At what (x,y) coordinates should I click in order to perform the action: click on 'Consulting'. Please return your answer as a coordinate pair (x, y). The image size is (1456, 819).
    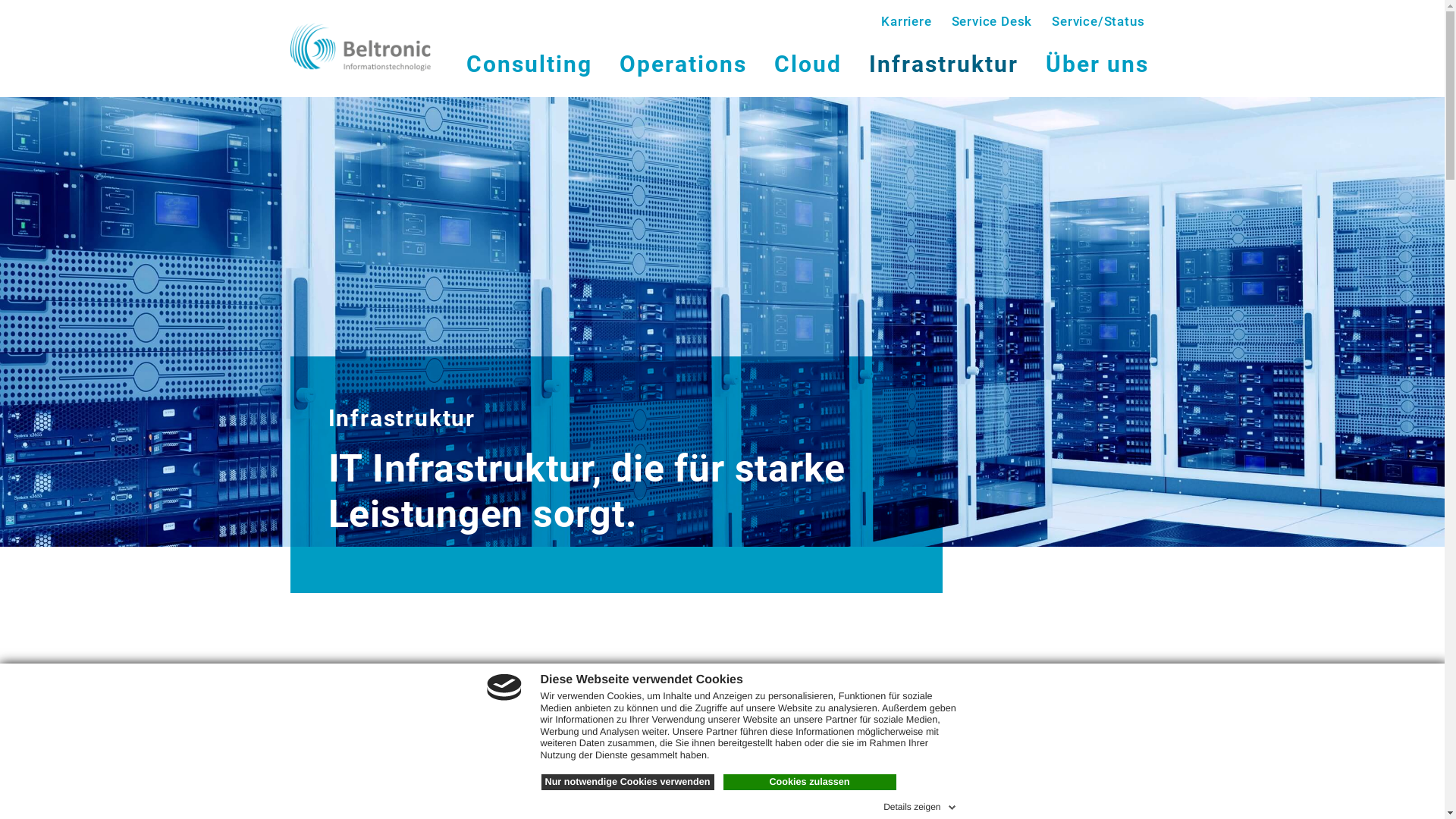
    Looking at the image, I should click on (528, 63).